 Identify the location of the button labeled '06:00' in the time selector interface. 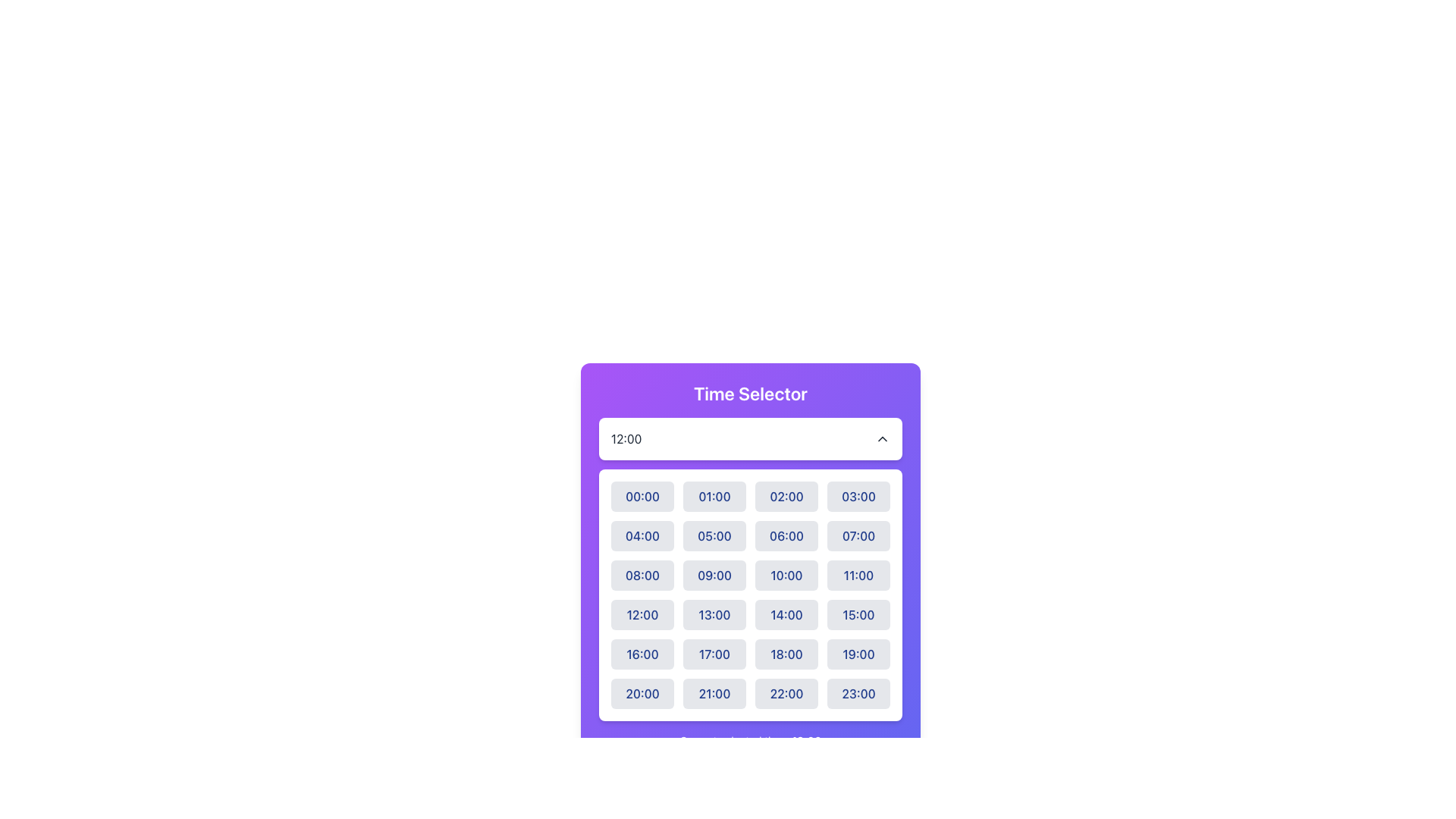
(786, 535).